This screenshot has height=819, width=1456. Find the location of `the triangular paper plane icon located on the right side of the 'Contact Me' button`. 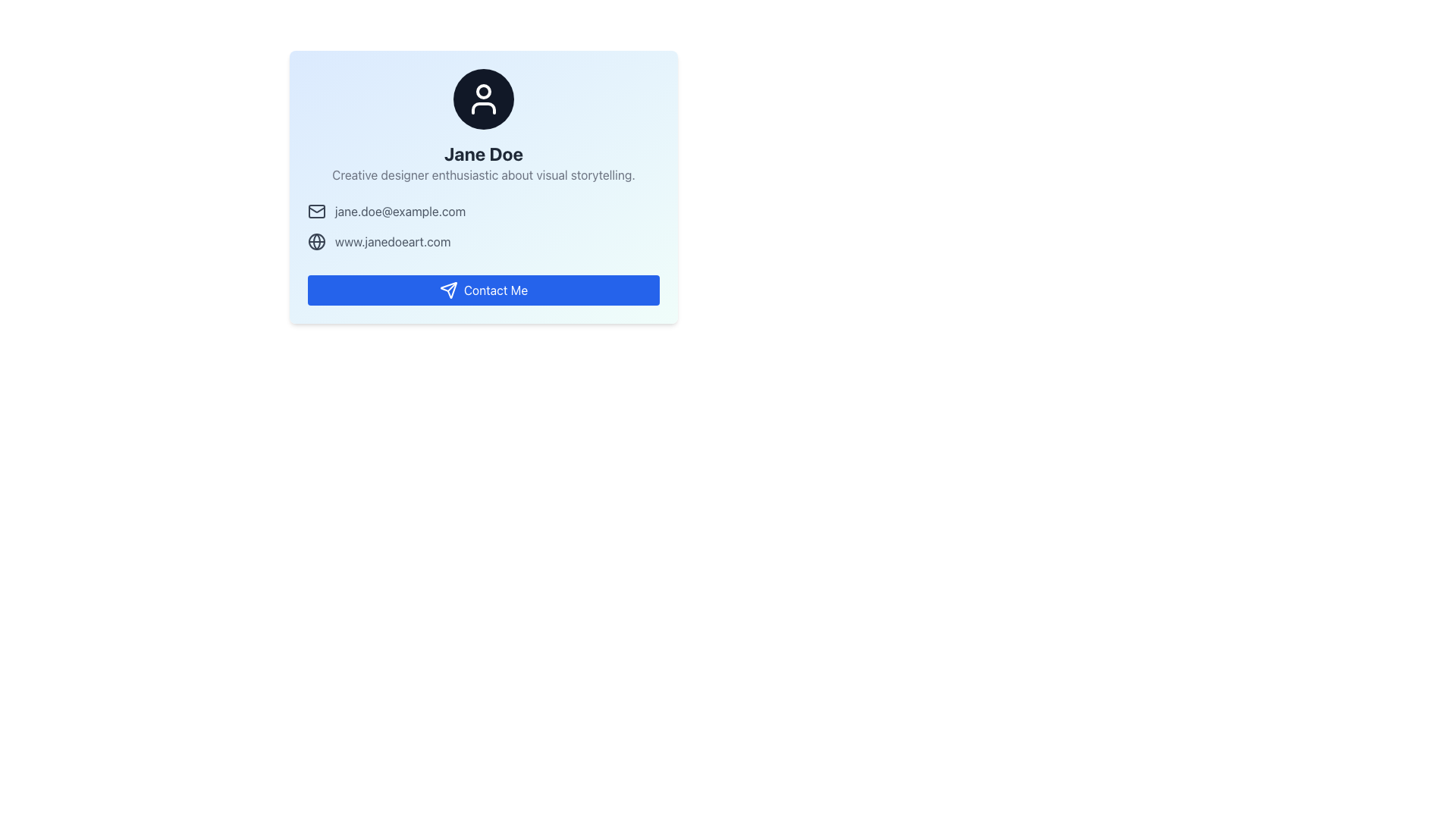

the triangular paper plane icon located on the right side of the 'Contact Me' button is located at coordinates (447, 290).